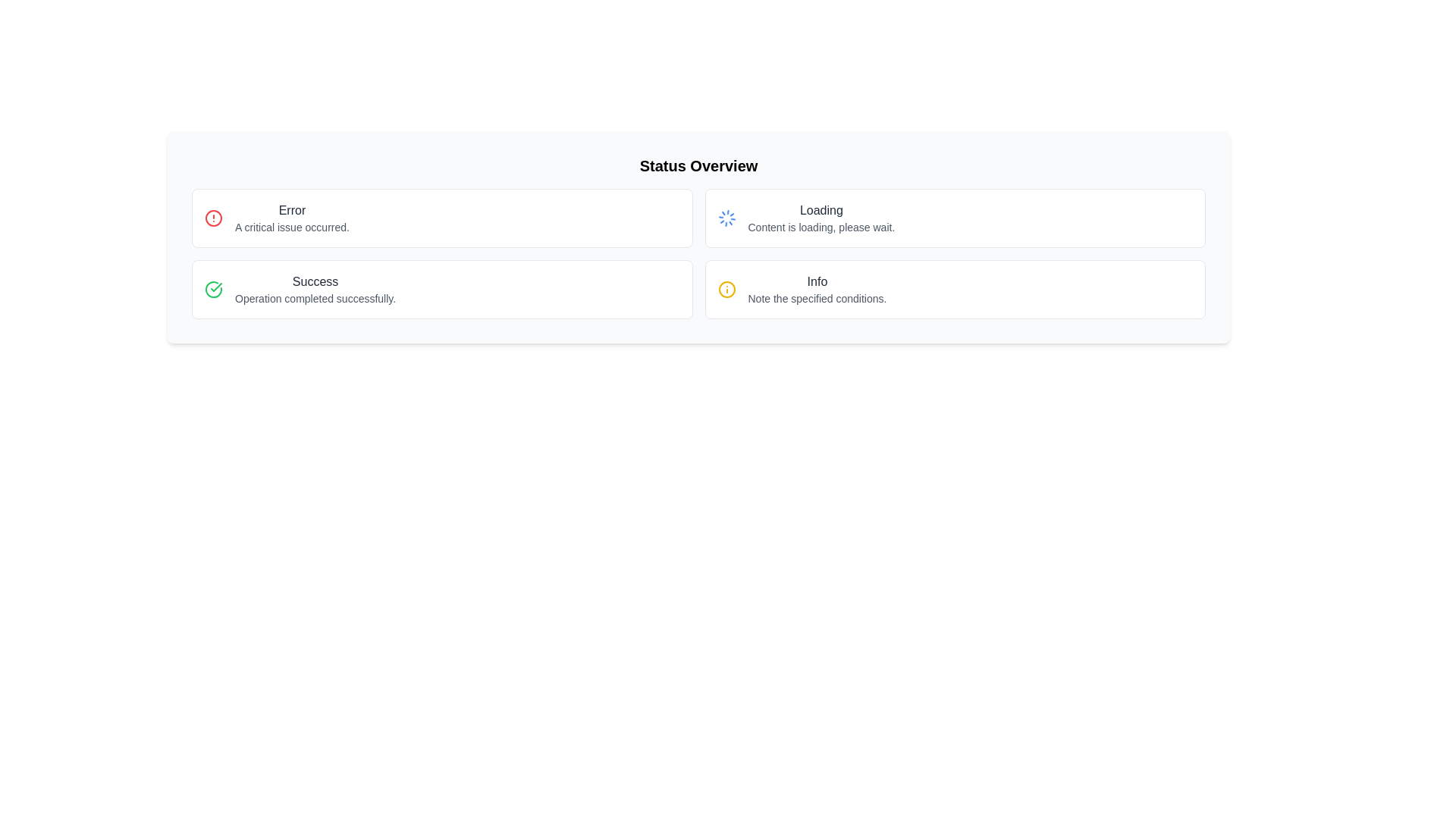  What do you see at coordinates (315, 289) in the screenshot?
I see `the textual information display that indicates a successful operation, located in the second tile of the 'Status Overview' grid layout` at bounding box center [315, 289].